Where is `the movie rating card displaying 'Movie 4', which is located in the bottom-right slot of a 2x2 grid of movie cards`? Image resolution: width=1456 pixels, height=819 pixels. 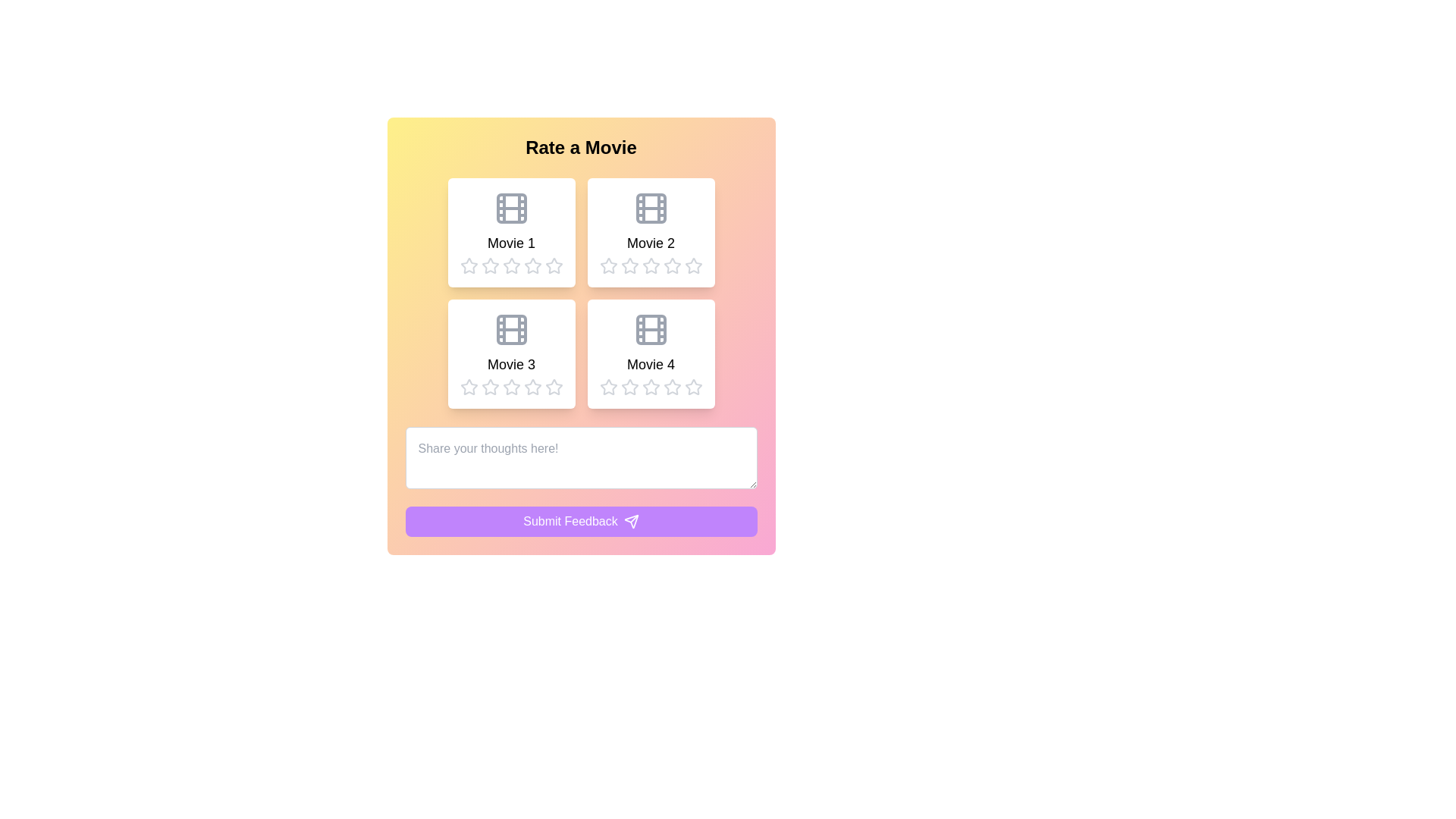
the movie rating card displaying 'Movie 4', which is located in the bottom-right slot of a 2x2 grid of movie cards is located at coordinates (651, 353).